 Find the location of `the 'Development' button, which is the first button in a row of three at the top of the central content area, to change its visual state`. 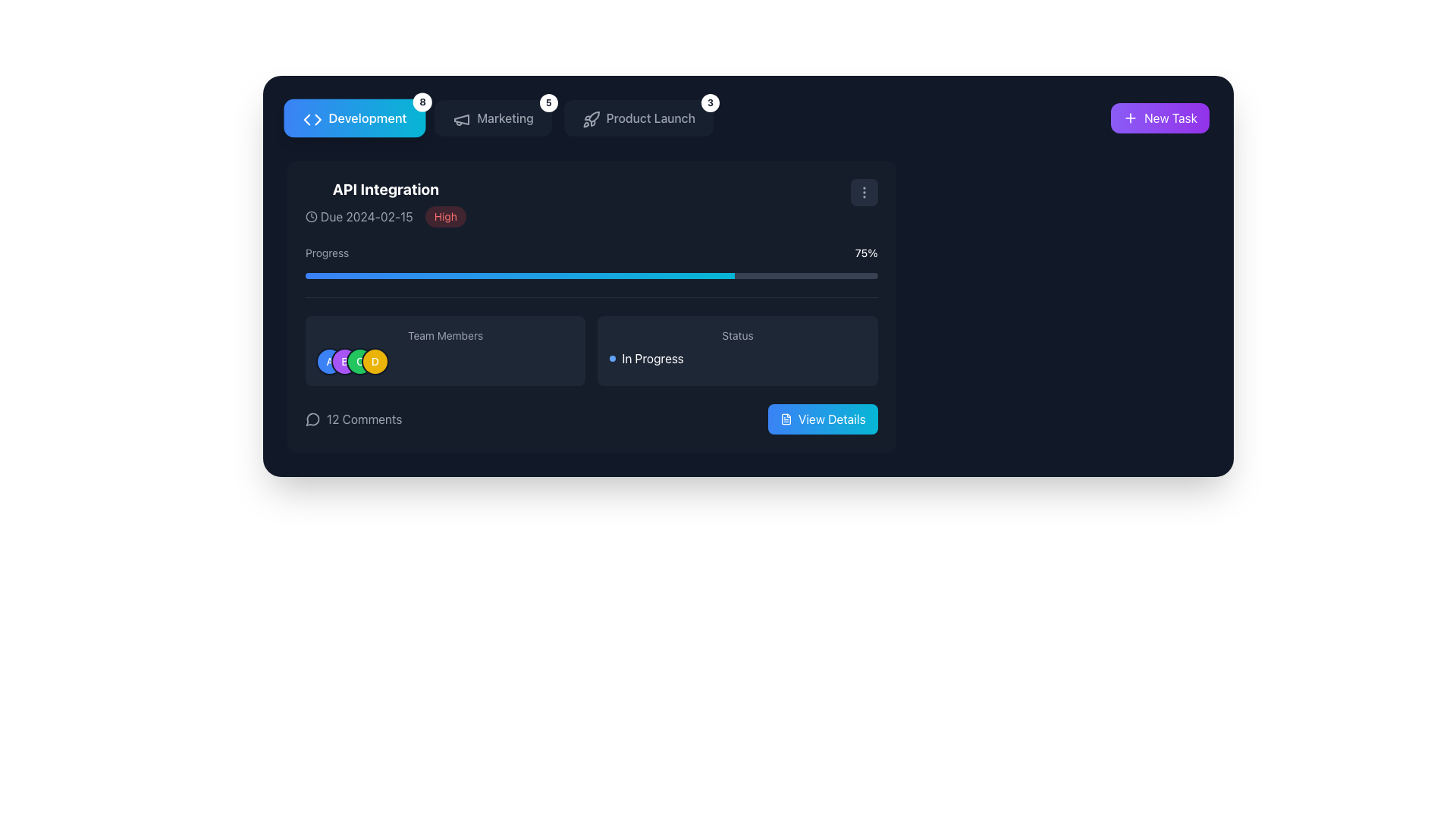

the 'Development' button, which is the first button in a row of three at the top of the central content area, to change its visual state is located at coordinates (354, 117).